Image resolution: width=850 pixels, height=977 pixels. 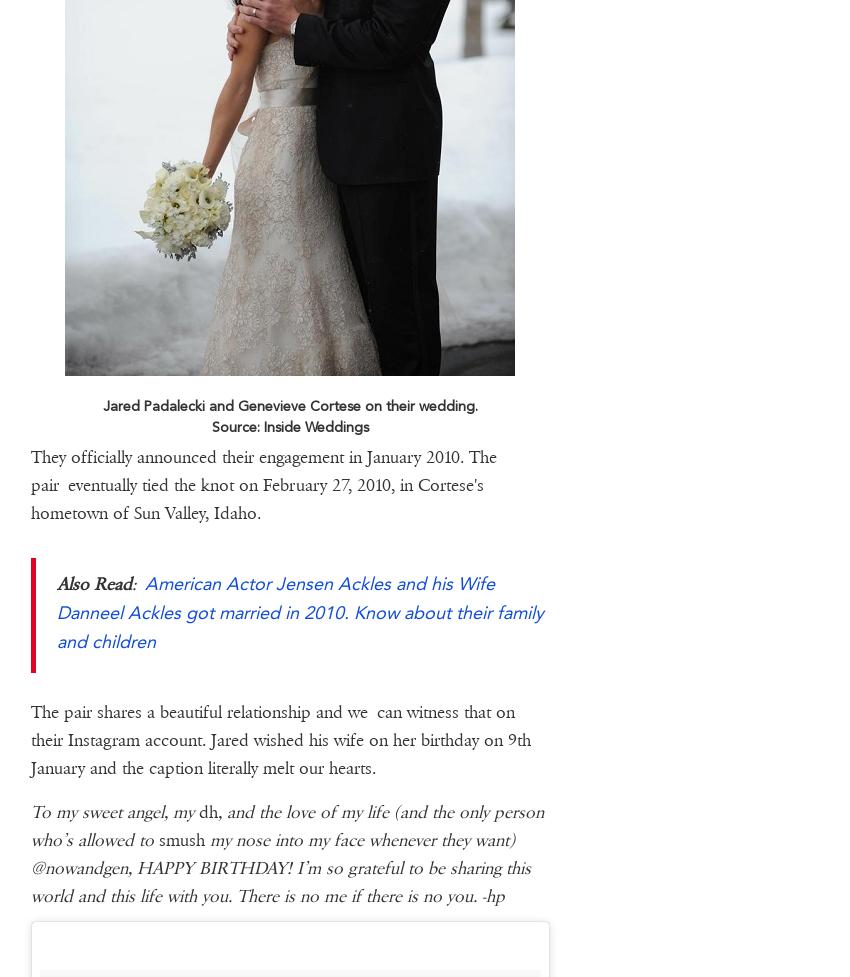 What do you see at coordinates (112, 811) in the screenshot?
I see `'To my sweet angel, my'` at bounding box center [112, 811].